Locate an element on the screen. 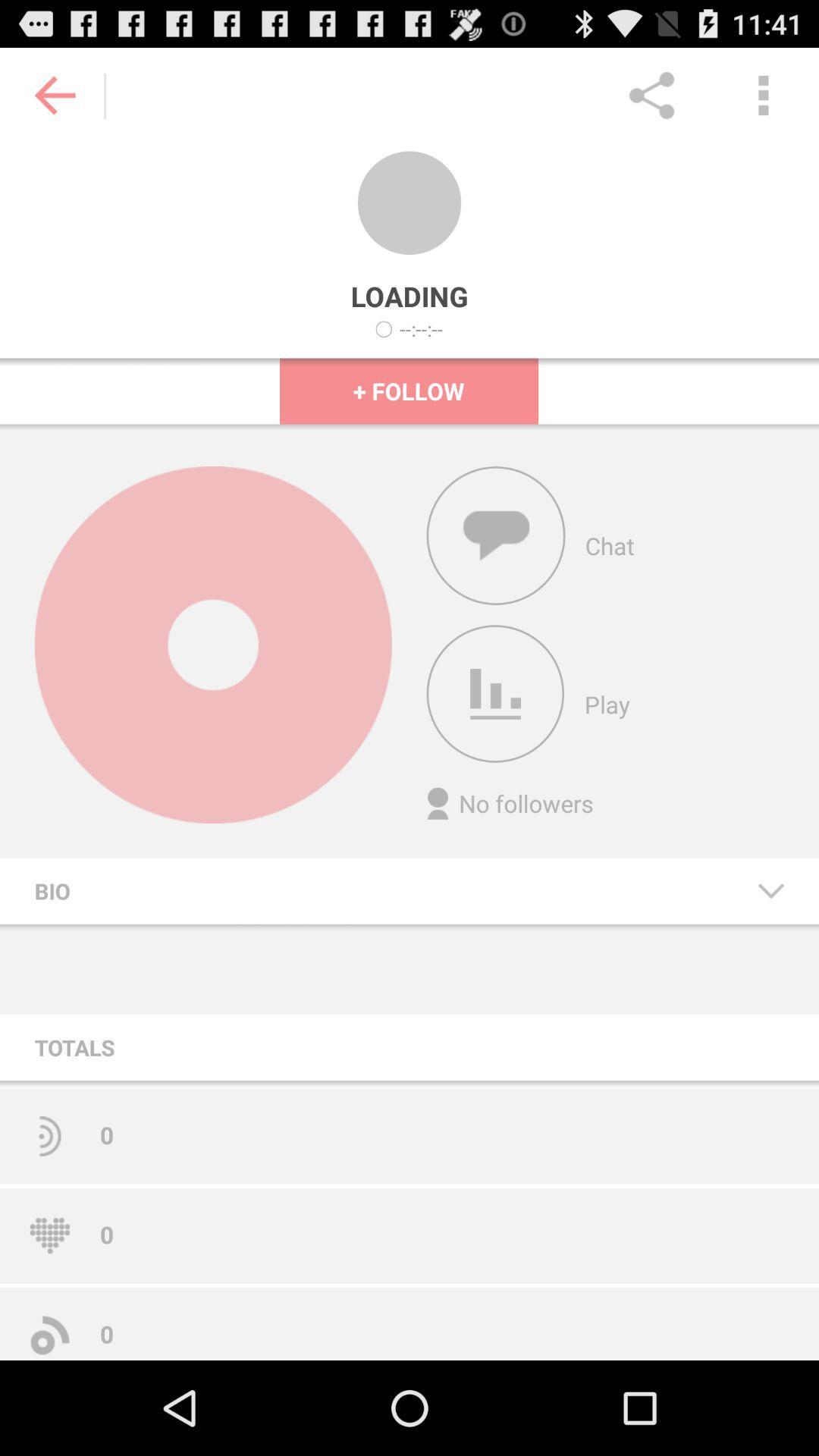 The height and width of the screenshot is (1456, 819). the + follow item is located at coordinates (408, 391).